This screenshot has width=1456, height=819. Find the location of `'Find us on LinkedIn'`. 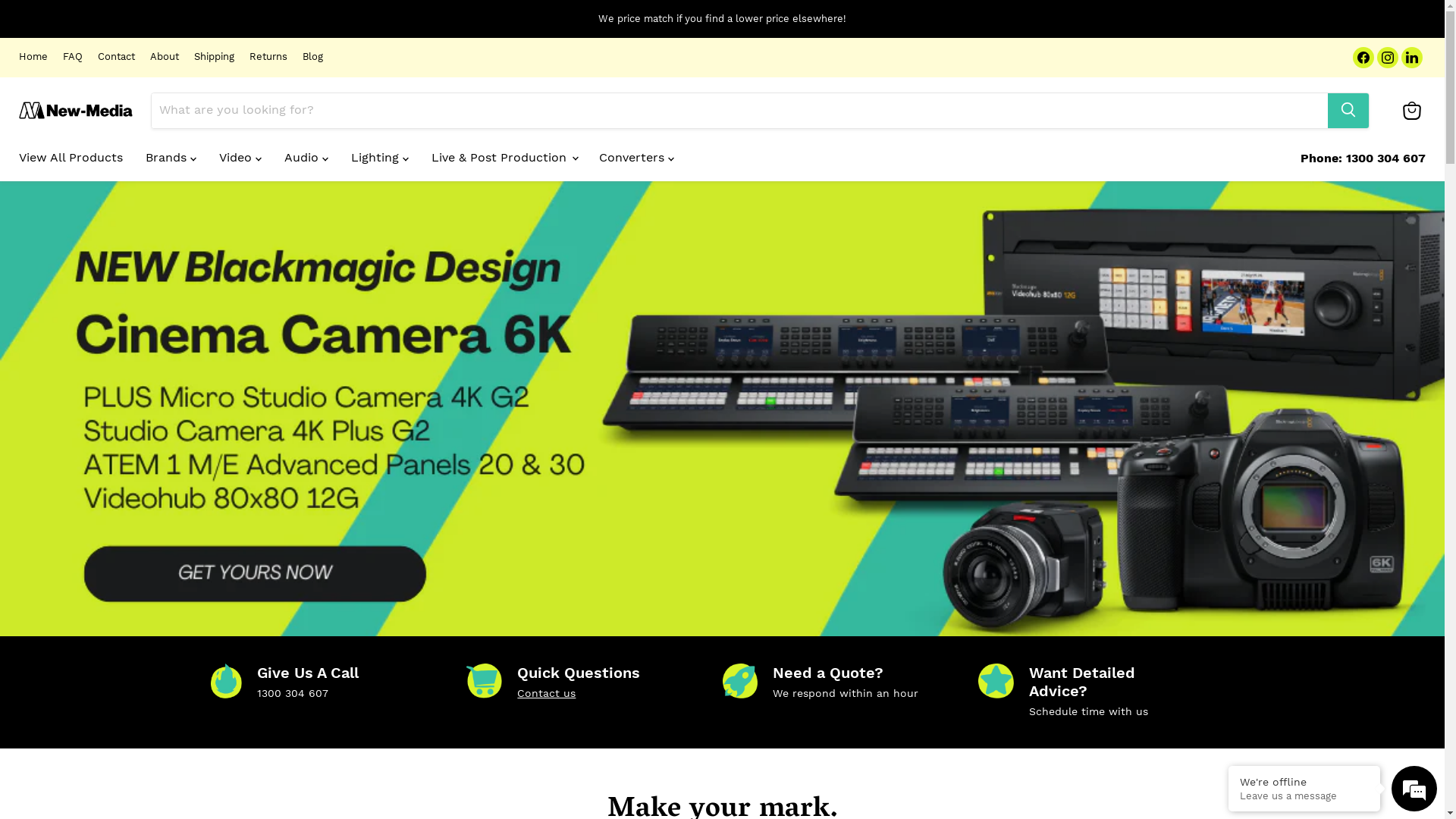

'Find us on LinkedIn' is located at coordinates (1411, 57).